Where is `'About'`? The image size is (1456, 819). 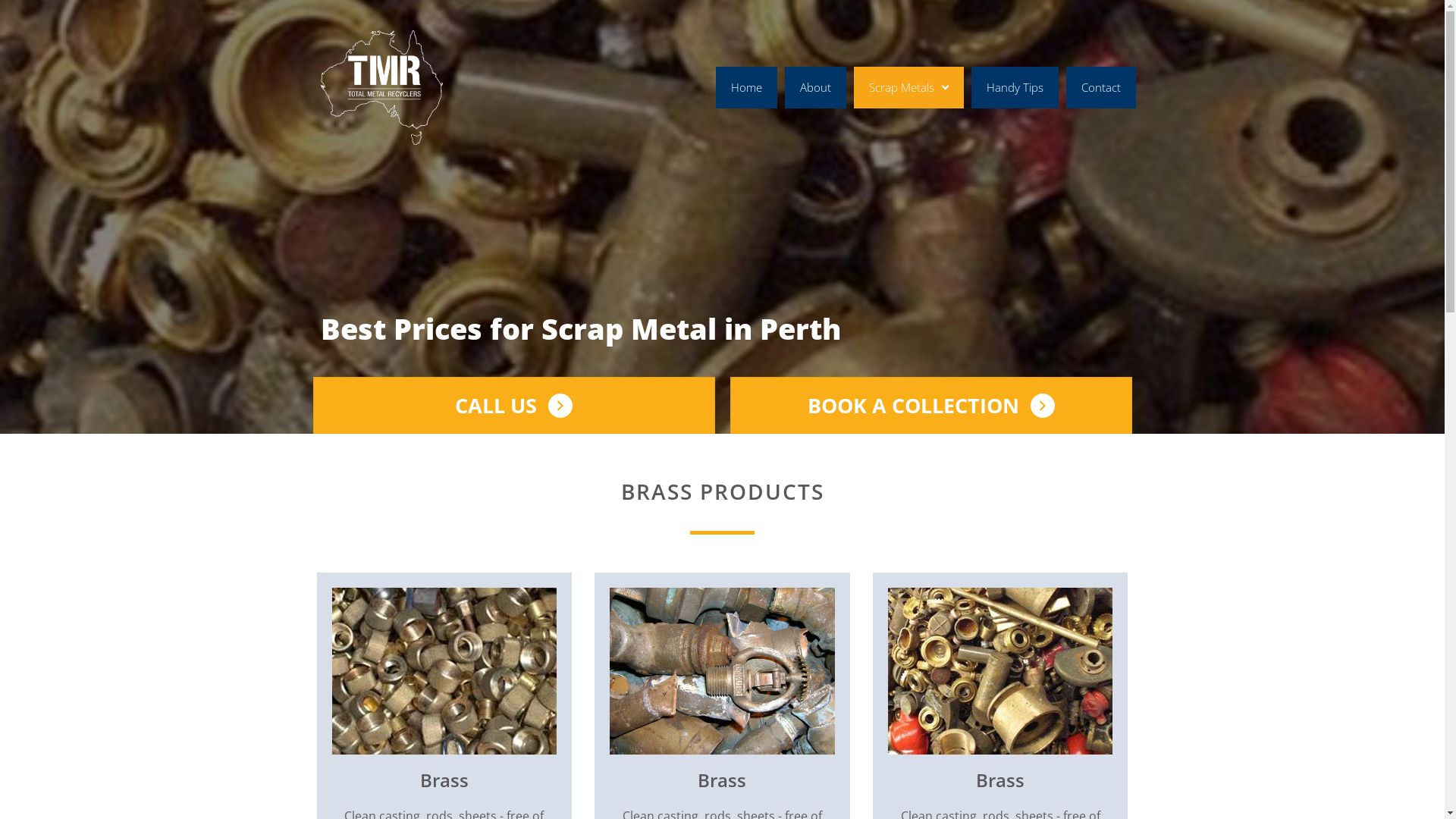 'About' is located at coordinates (814, 87).